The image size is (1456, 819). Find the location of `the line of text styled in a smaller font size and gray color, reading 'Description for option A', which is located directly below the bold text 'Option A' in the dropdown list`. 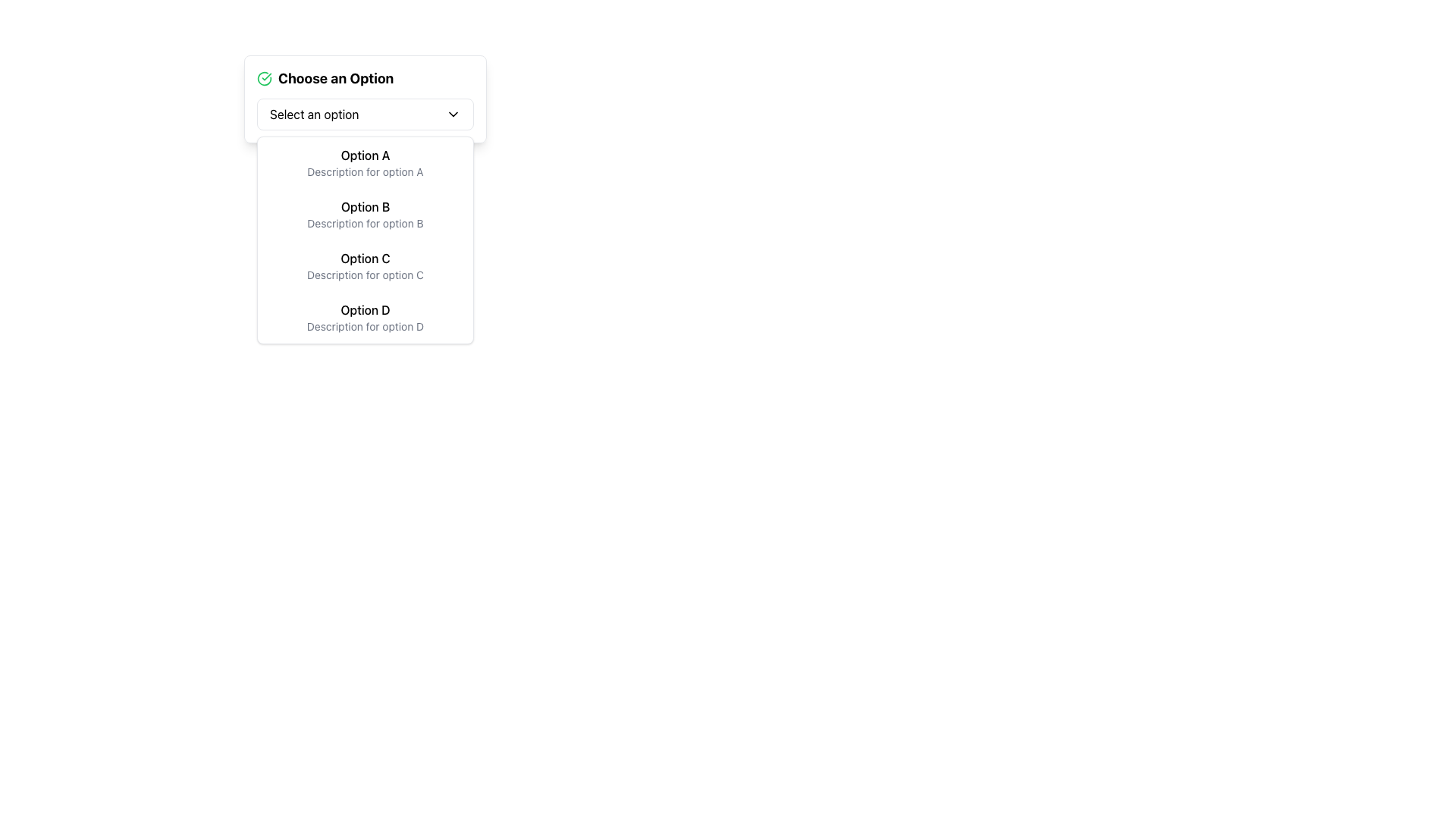

the line of text styled in a smaller font size and gray color, reading 'Description for option A', which is located directly below the bold text 'Option A' in the dropdown list is located at coordinates (365, 171).